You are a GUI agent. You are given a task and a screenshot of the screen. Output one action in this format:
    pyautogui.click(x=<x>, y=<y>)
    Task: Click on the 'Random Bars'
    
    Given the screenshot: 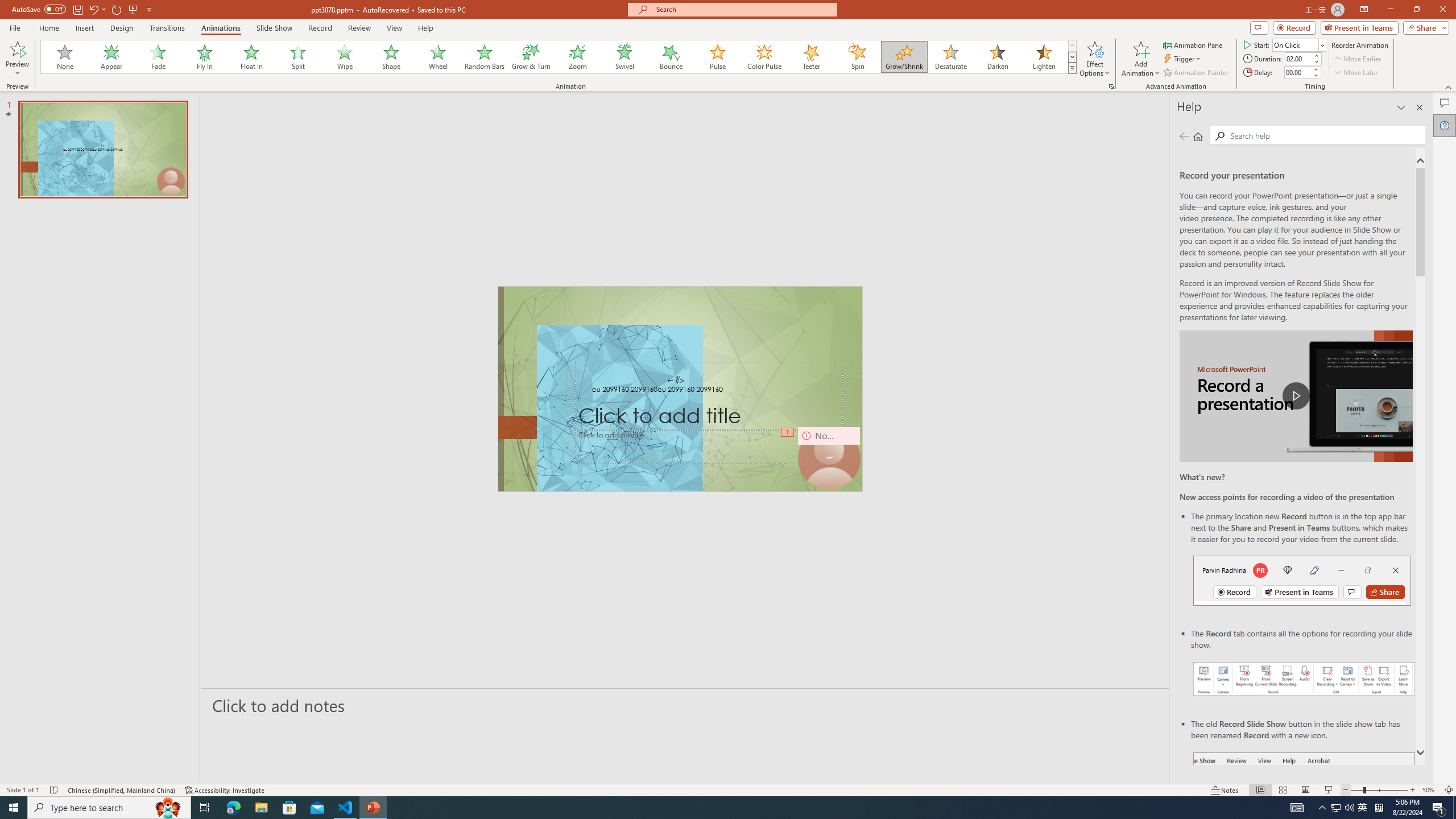 What is the action you would take?
    pyautogui.click(x=484, y=56)
    